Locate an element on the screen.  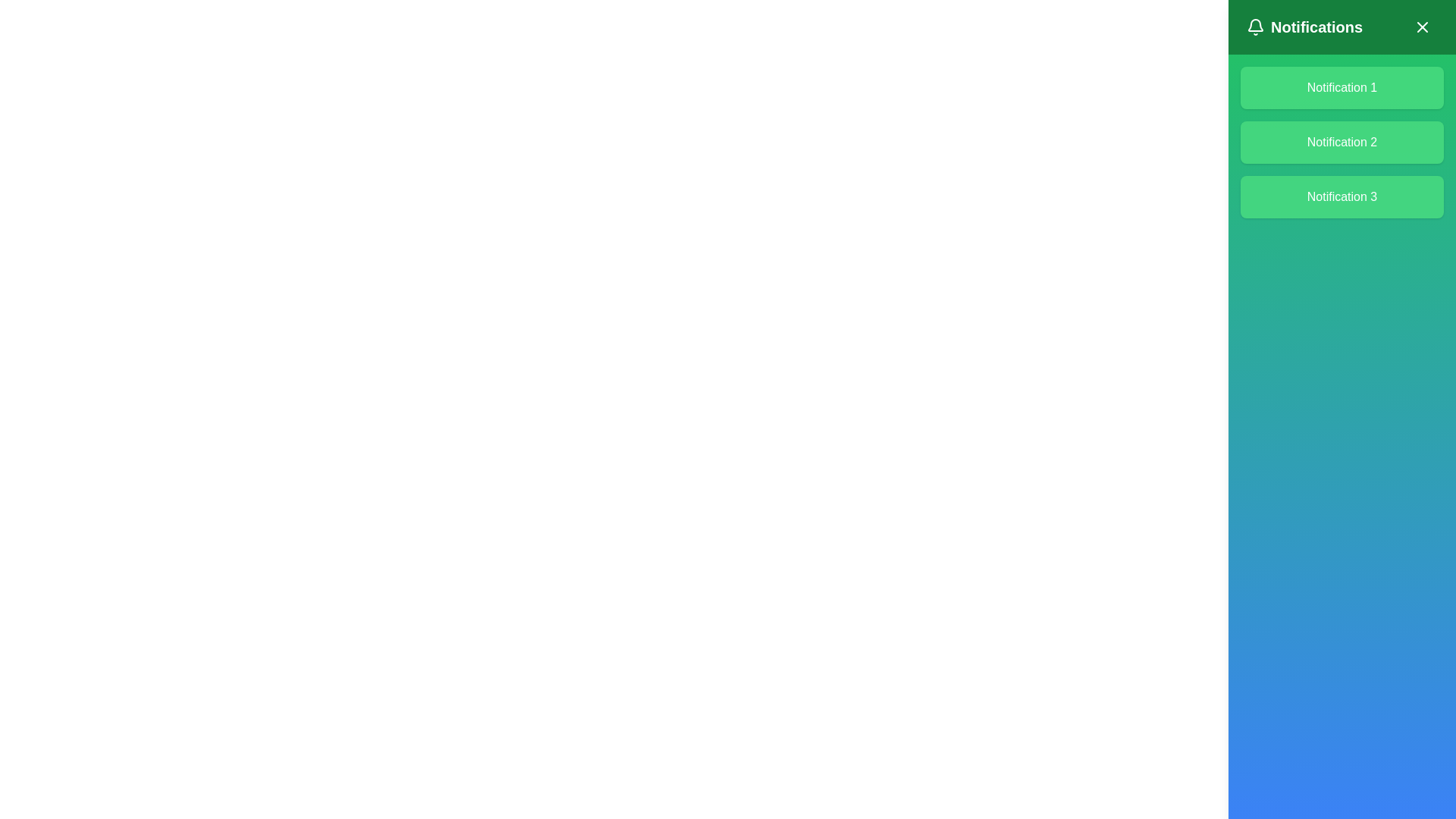
the small square button with a green background and a white 'X' icon located at the top-right corner of the notification panel is located at coordinates (1422, 27).